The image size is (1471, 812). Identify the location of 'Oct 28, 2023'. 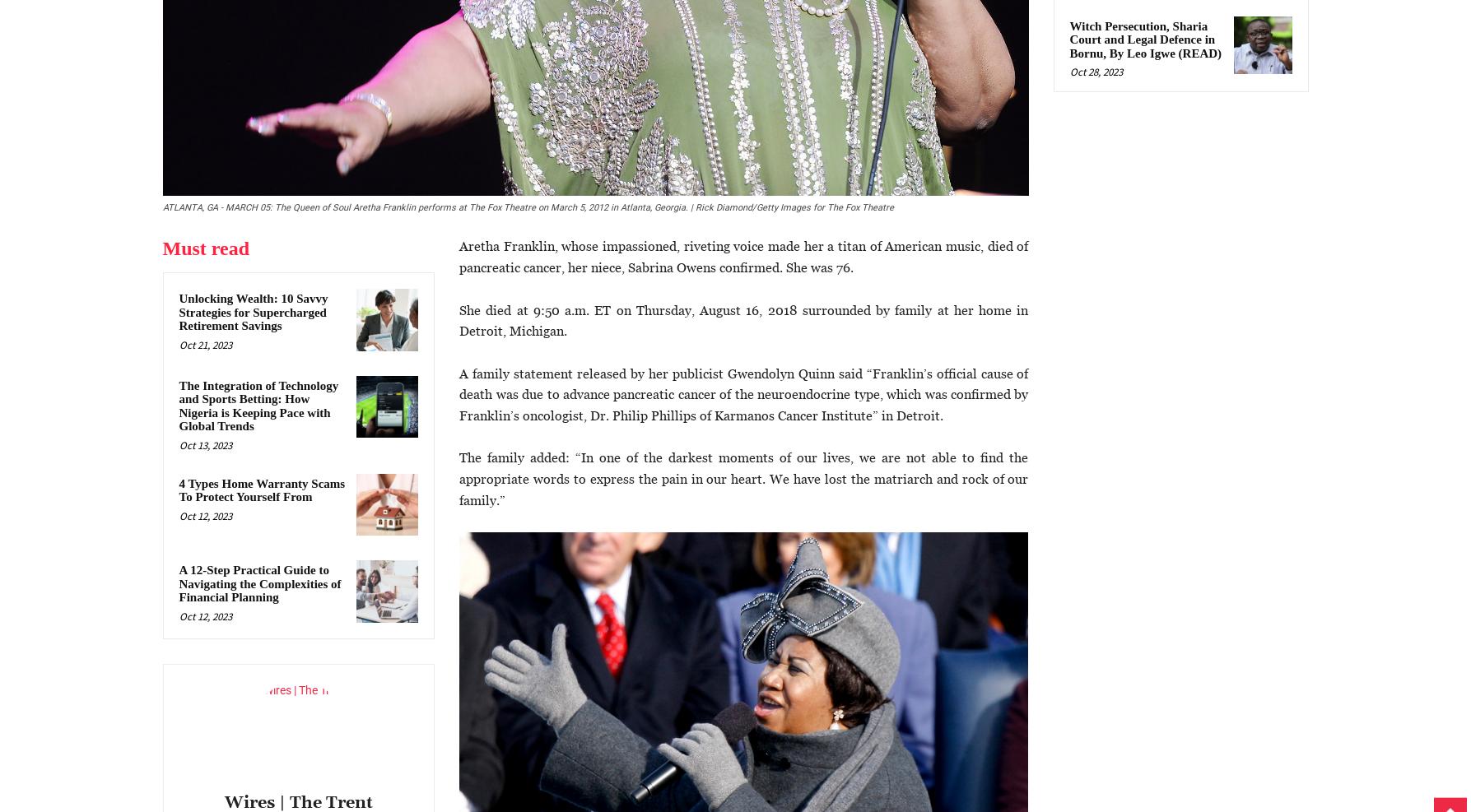
(1068, 72).